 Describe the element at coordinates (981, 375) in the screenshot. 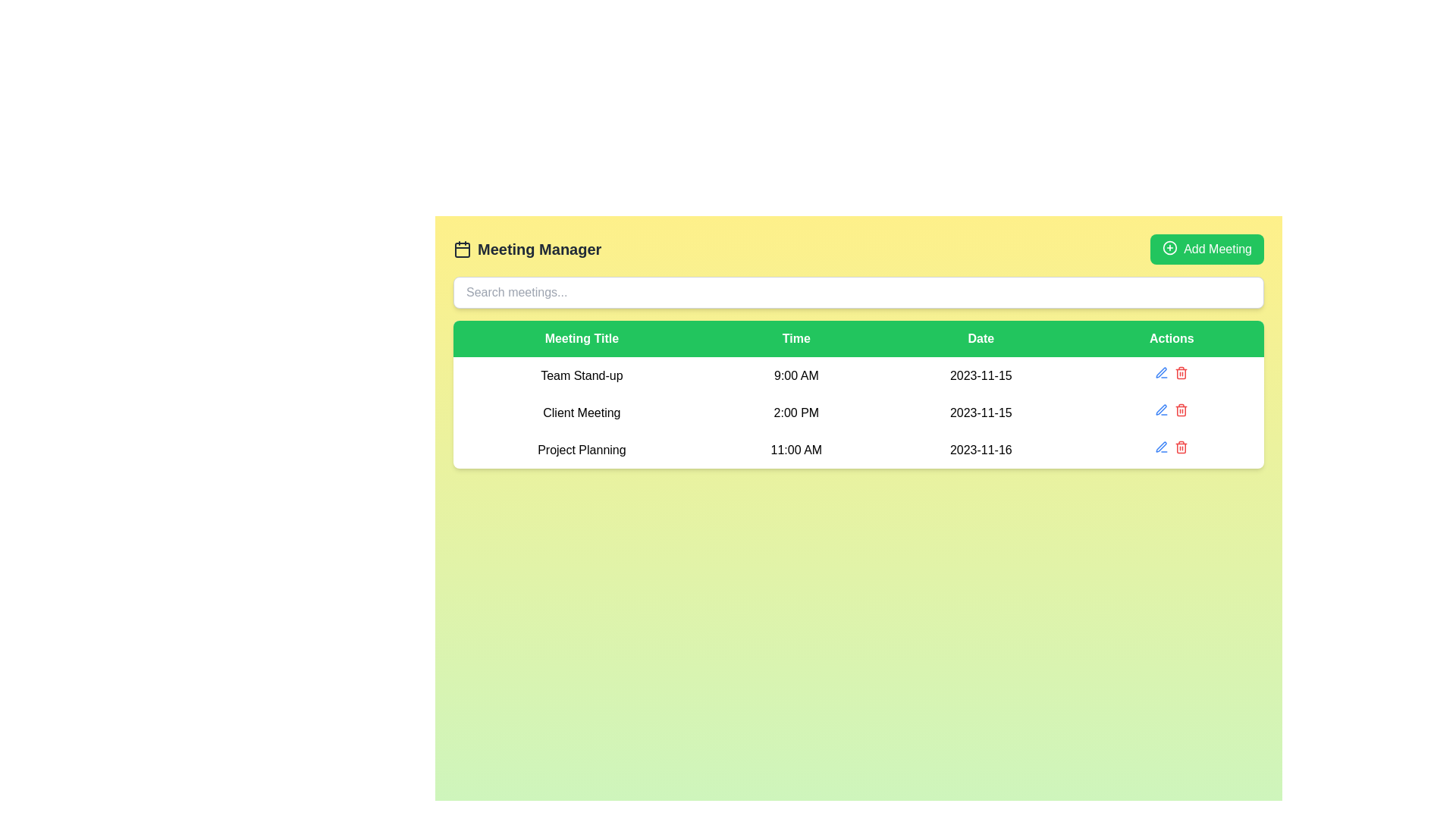

I see `the static text element displaying the scheduled date for the 'Team Stand-up' meeting, located in the third row under the 'Date' column` at that location.